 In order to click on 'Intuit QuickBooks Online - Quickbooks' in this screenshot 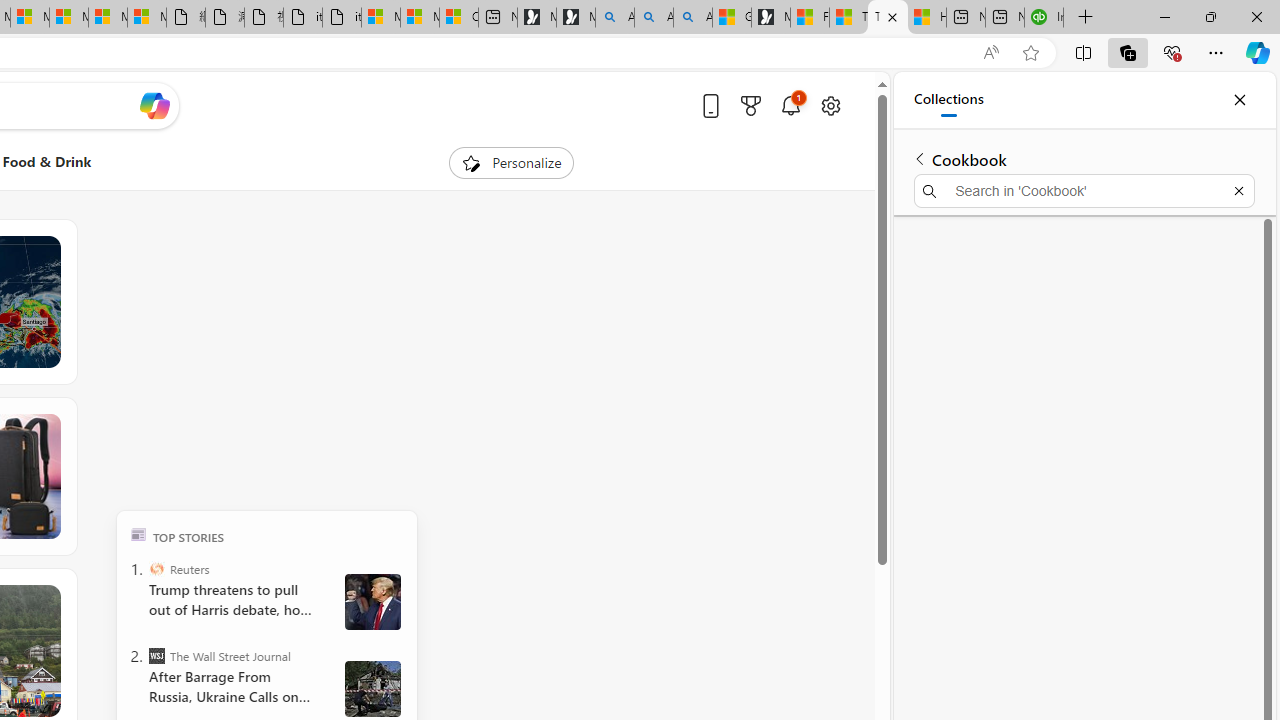, I will do `click(1043, 17)`.